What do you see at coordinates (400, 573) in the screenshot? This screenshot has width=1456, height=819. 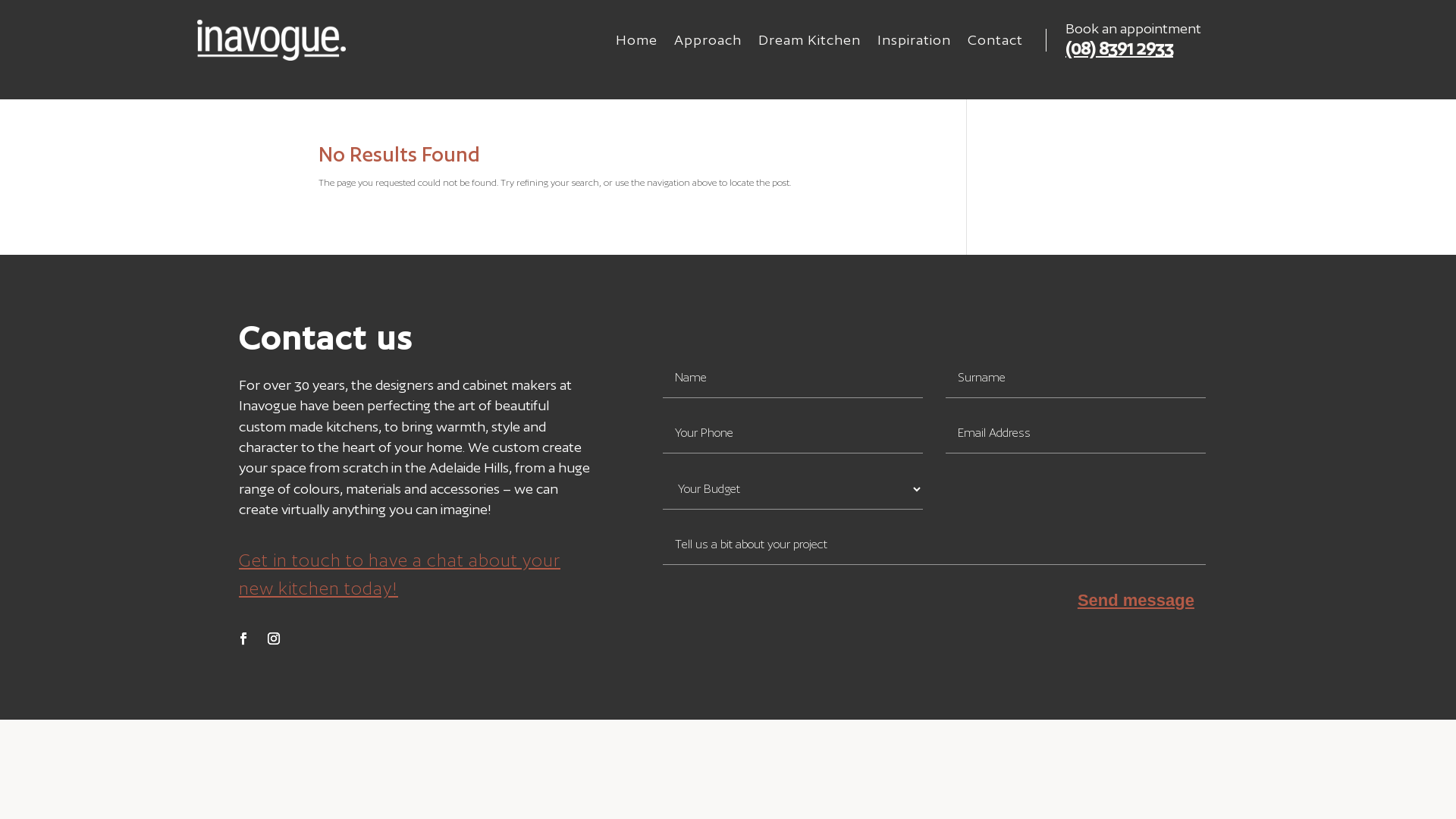 I see `'Get in touch to have a chat about your new kitchen today!'` at bounding box center [400, 573].